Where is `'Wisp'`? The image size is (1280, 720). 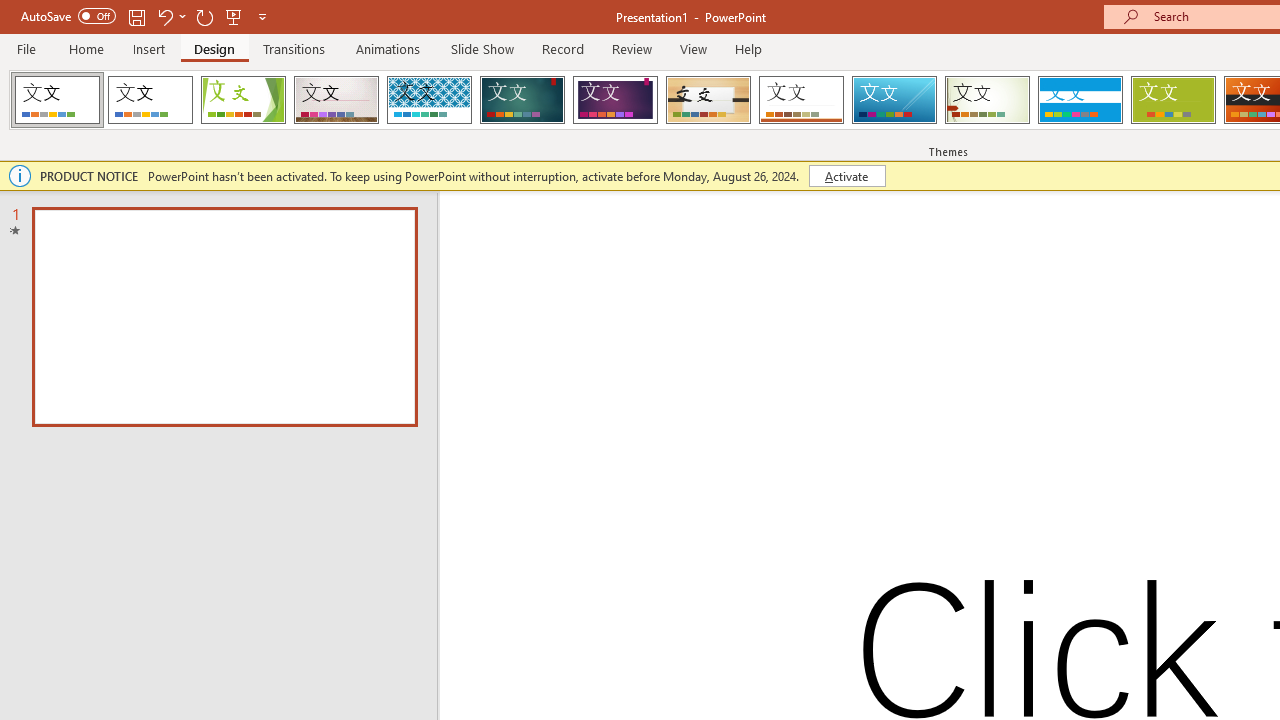
'Wisp' is located at coordinates (987, 100).